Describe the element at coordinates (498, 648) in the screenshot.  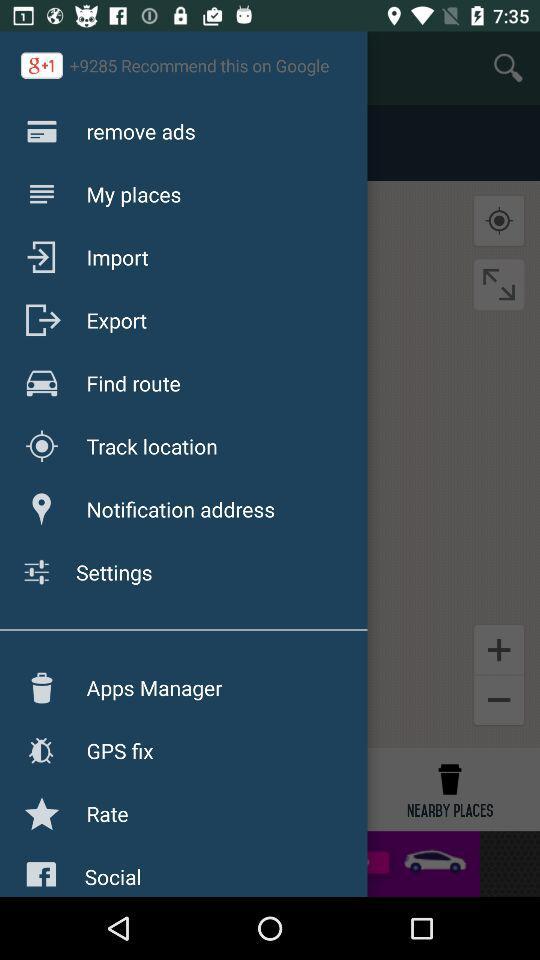
I see `the add icon` at that location.